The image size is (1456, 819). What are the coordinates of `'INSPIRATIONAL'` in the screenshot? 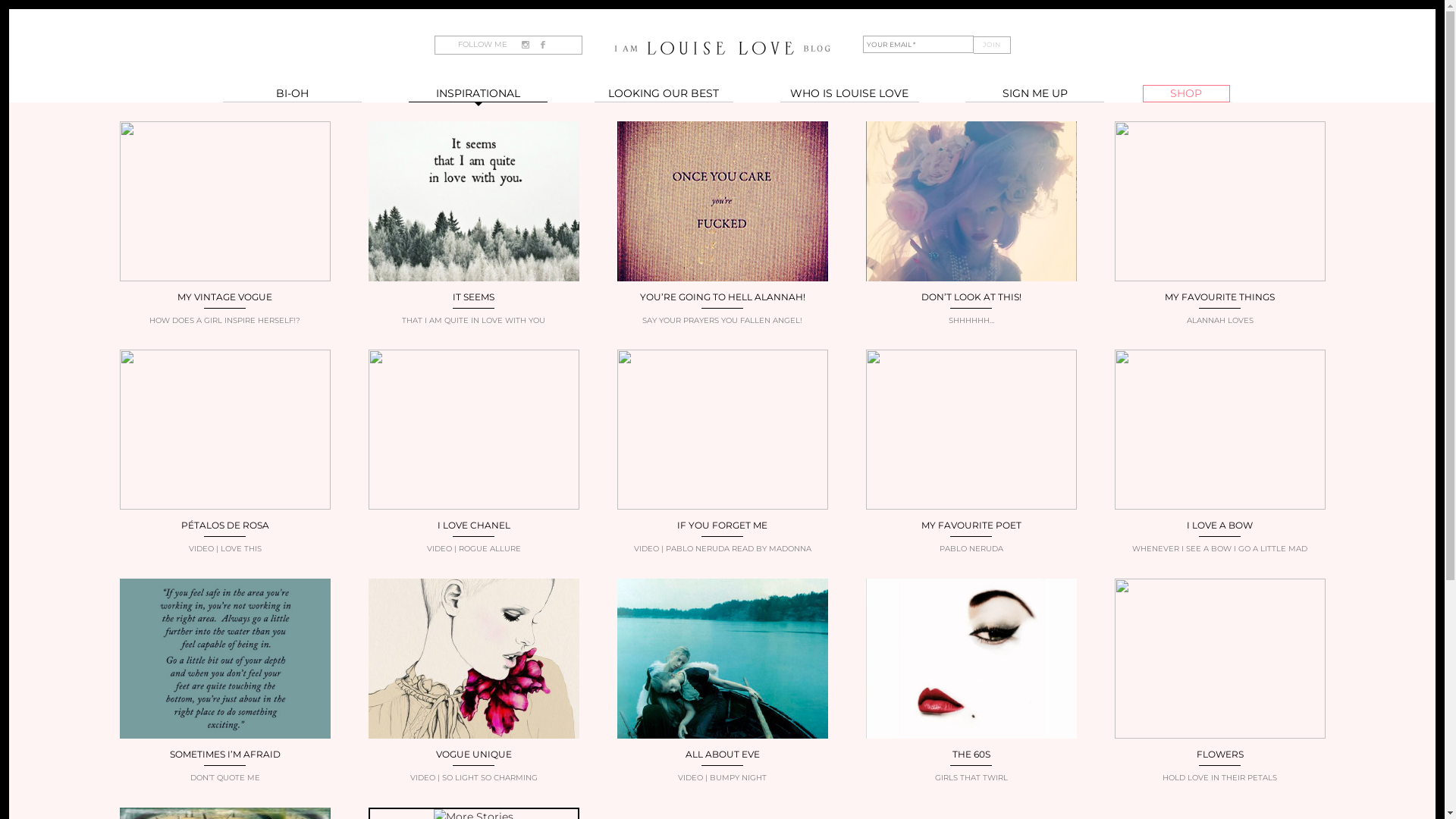 It's located at (477, 93).